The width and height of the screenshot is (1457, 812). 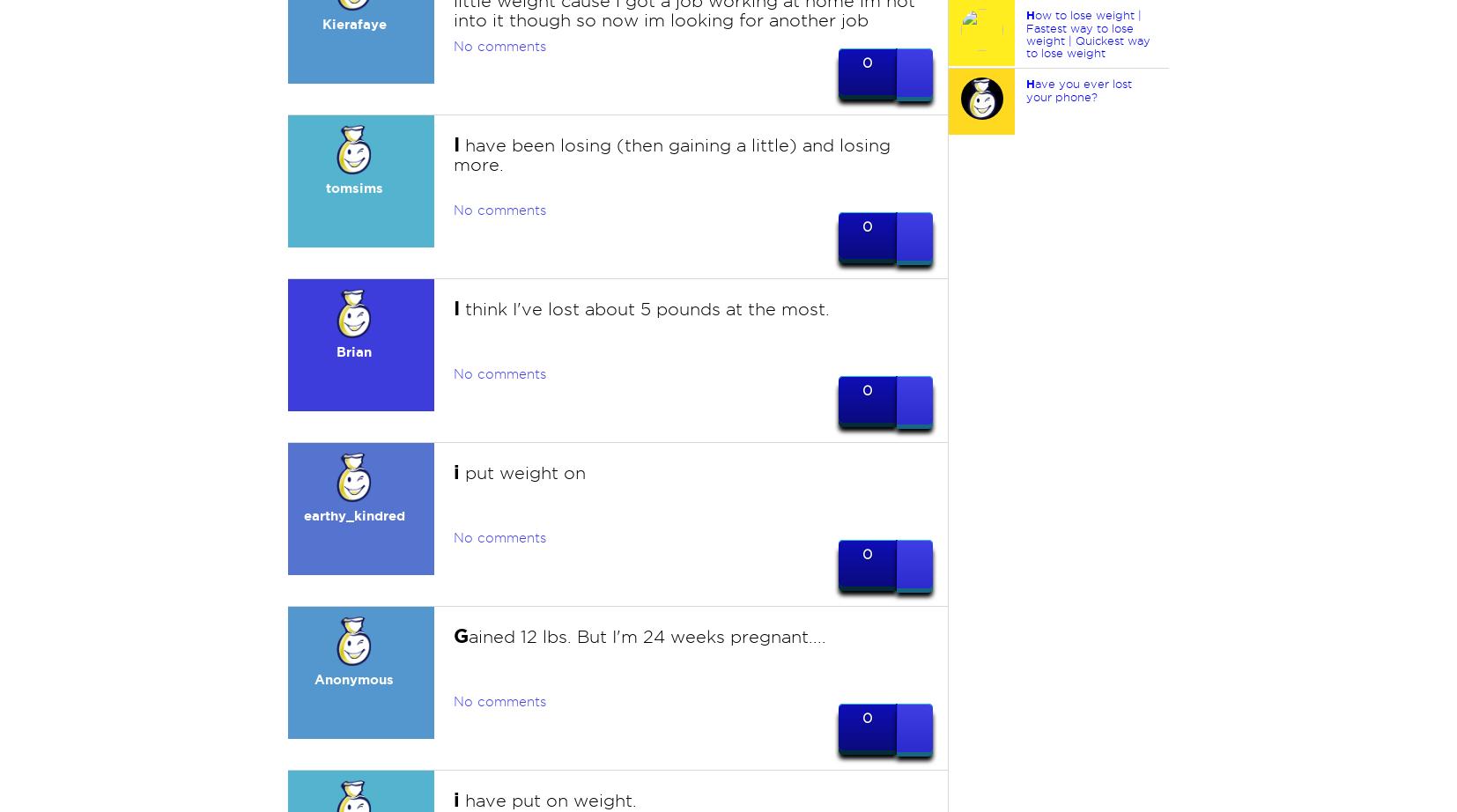 I want to click on 'have put on weight.', so click(x=459, y=799).